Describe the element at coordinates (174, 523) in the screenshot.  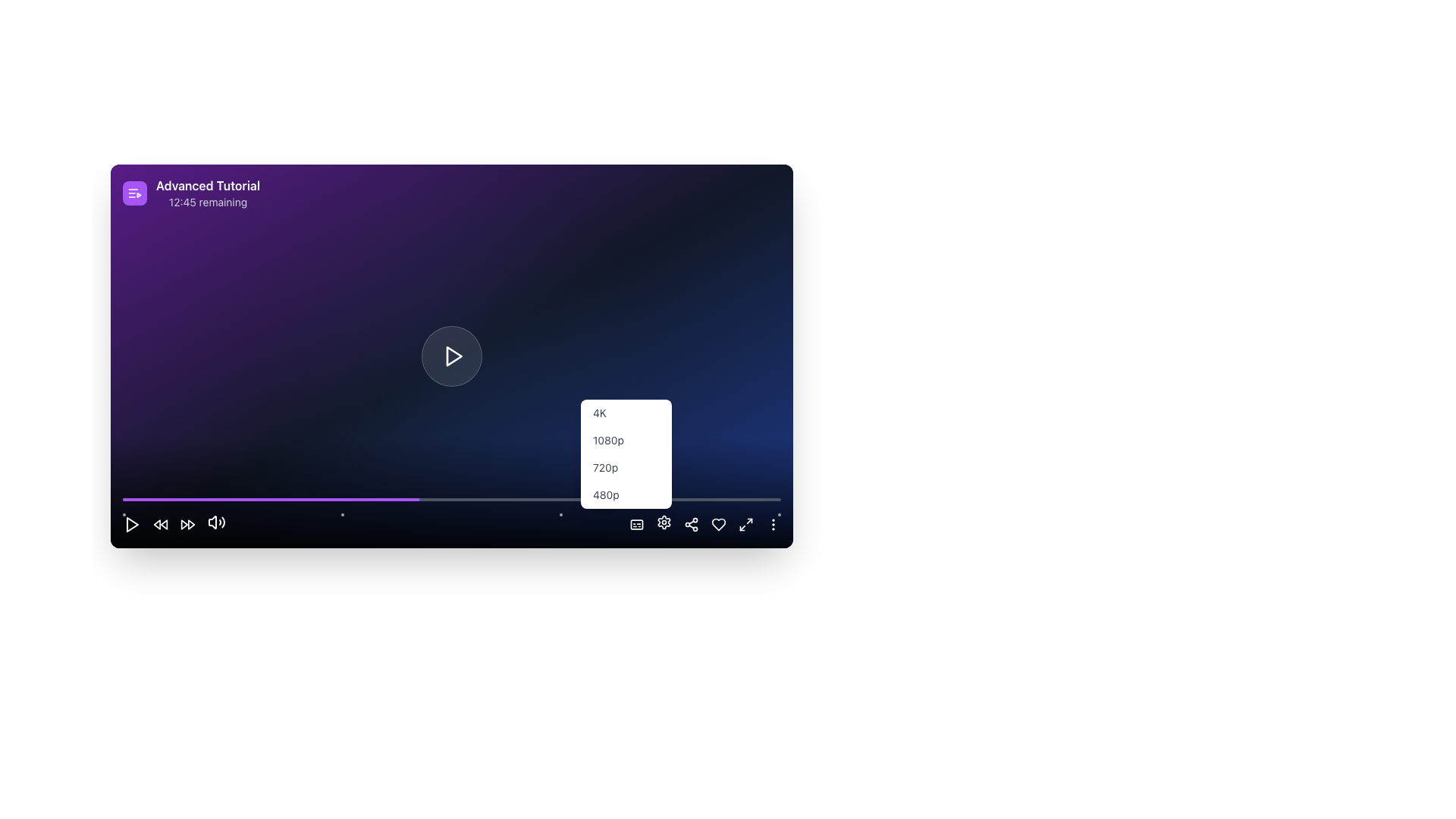
I see `the second button from the left in the media control interface` at that location.